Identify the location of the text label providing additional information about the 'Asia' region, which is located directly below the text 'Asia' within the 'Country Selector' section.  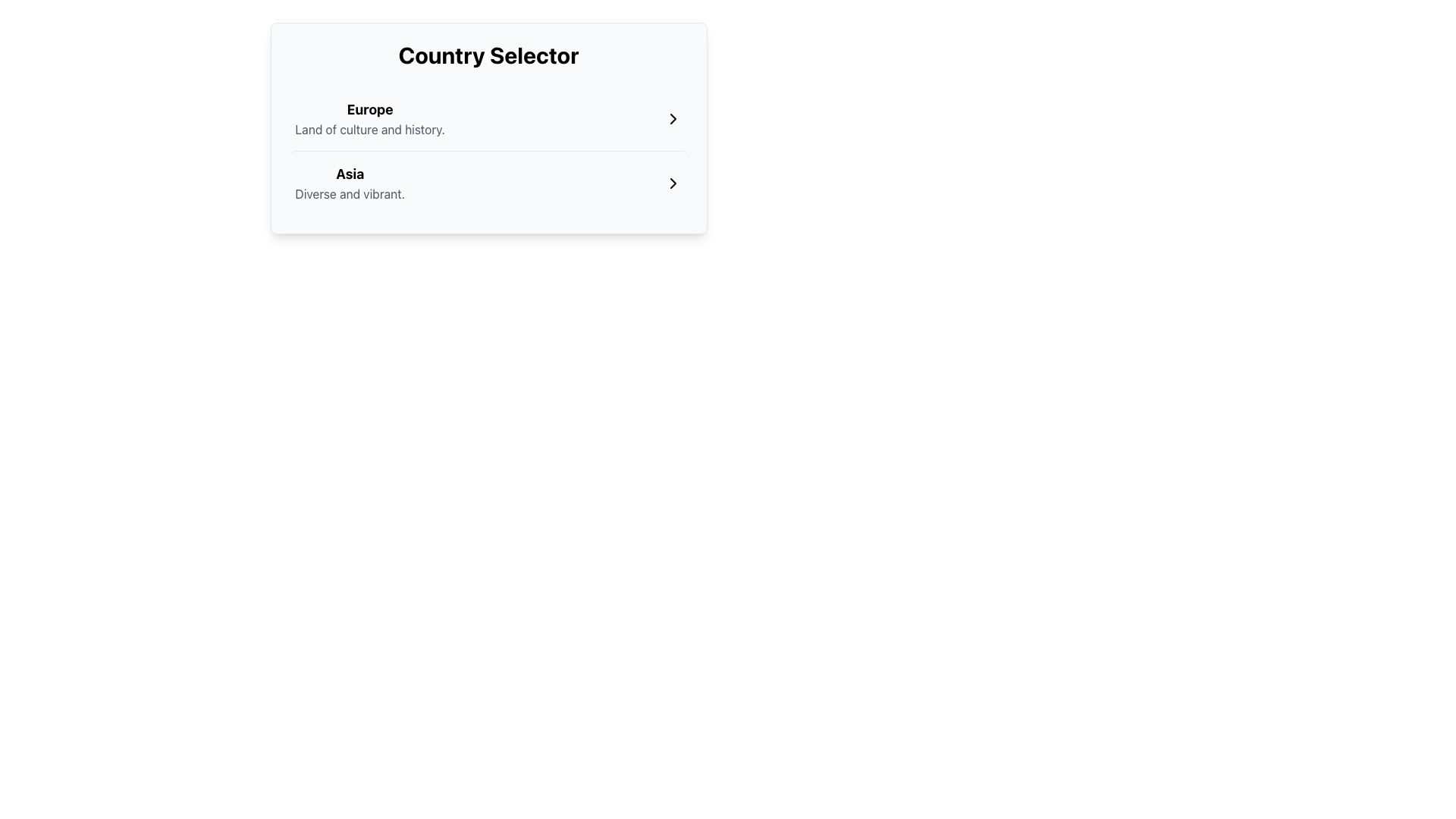
(349, 193).